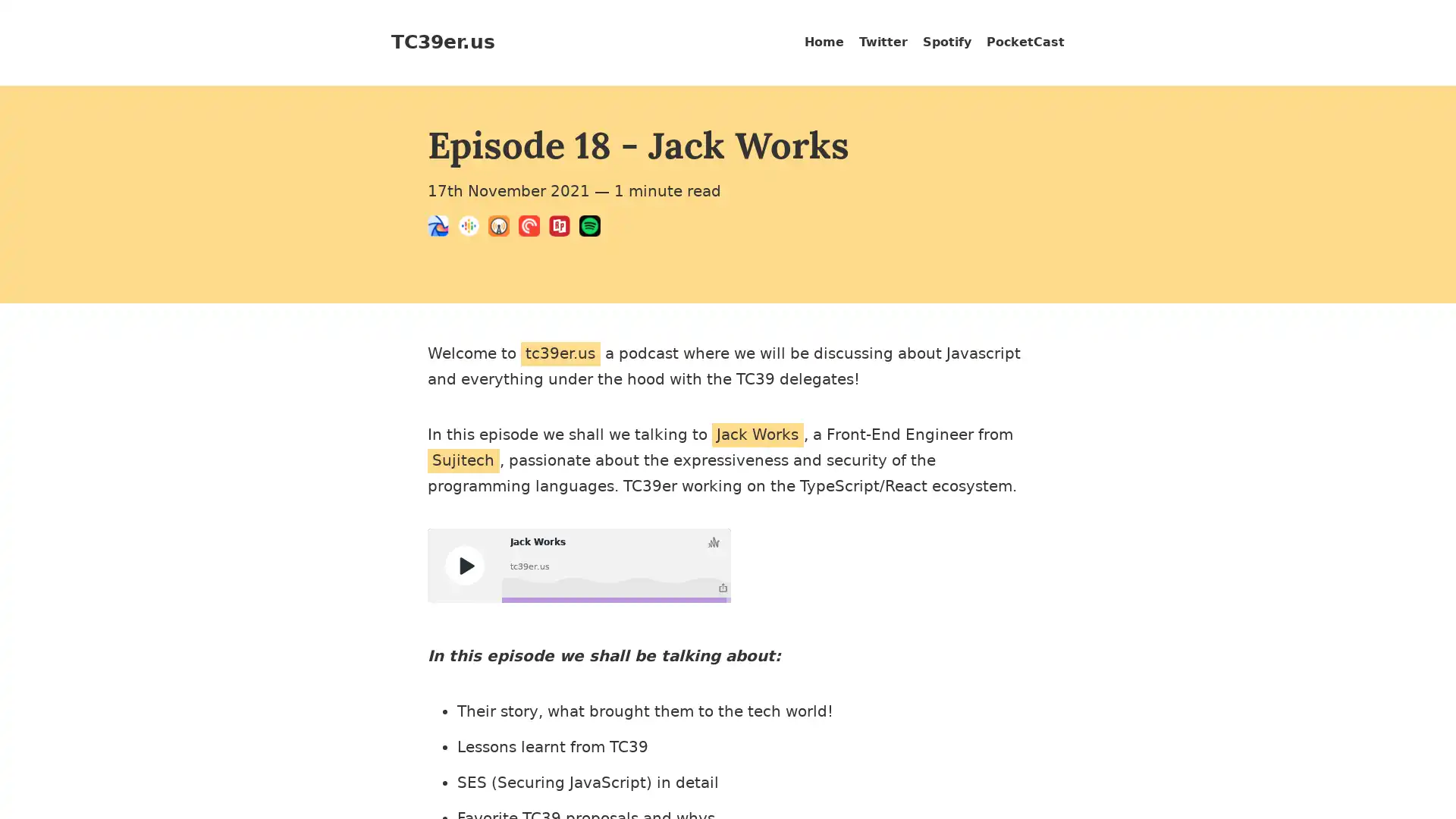  What do you see at coordinates (442, 228) in the screenshot?
I see `Breaker Logo` at bounding box center [442, 228].